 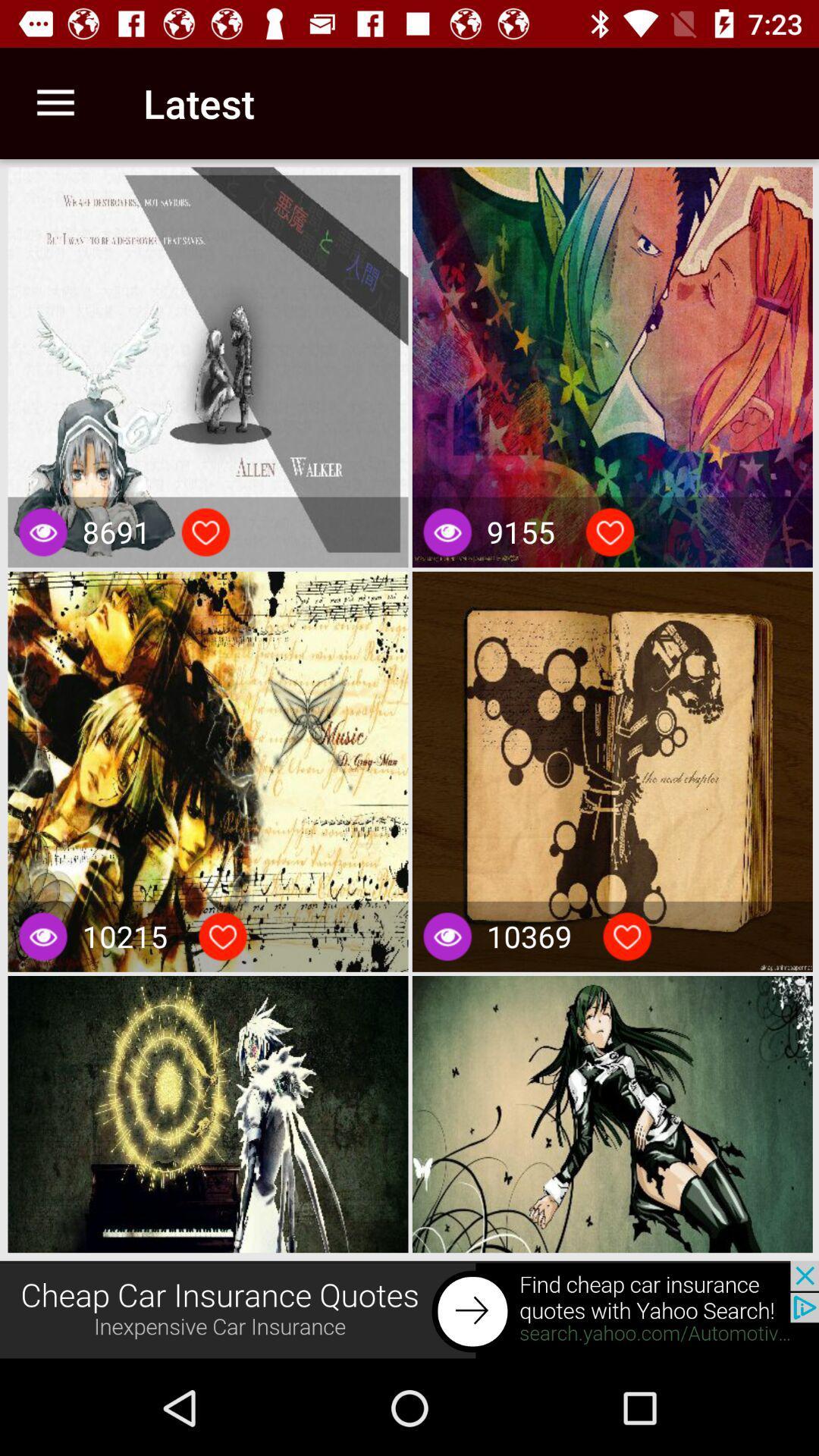 What do you see at coordinates (611, 771) in the screenshot?
I see `fourth image` at bounding box center [611, 771].